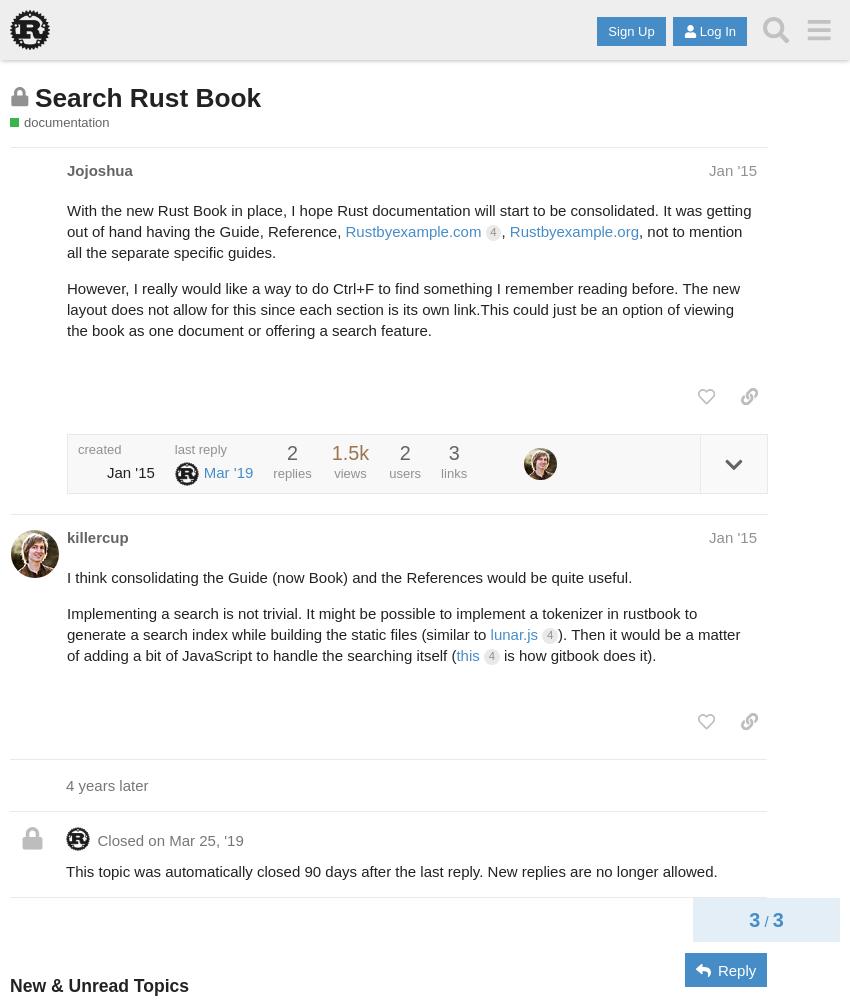 The image size is (850, 1000). Describe the element at coordinates (33, 96) in the screenshot. I see `'Search Rust Book'` at that location.